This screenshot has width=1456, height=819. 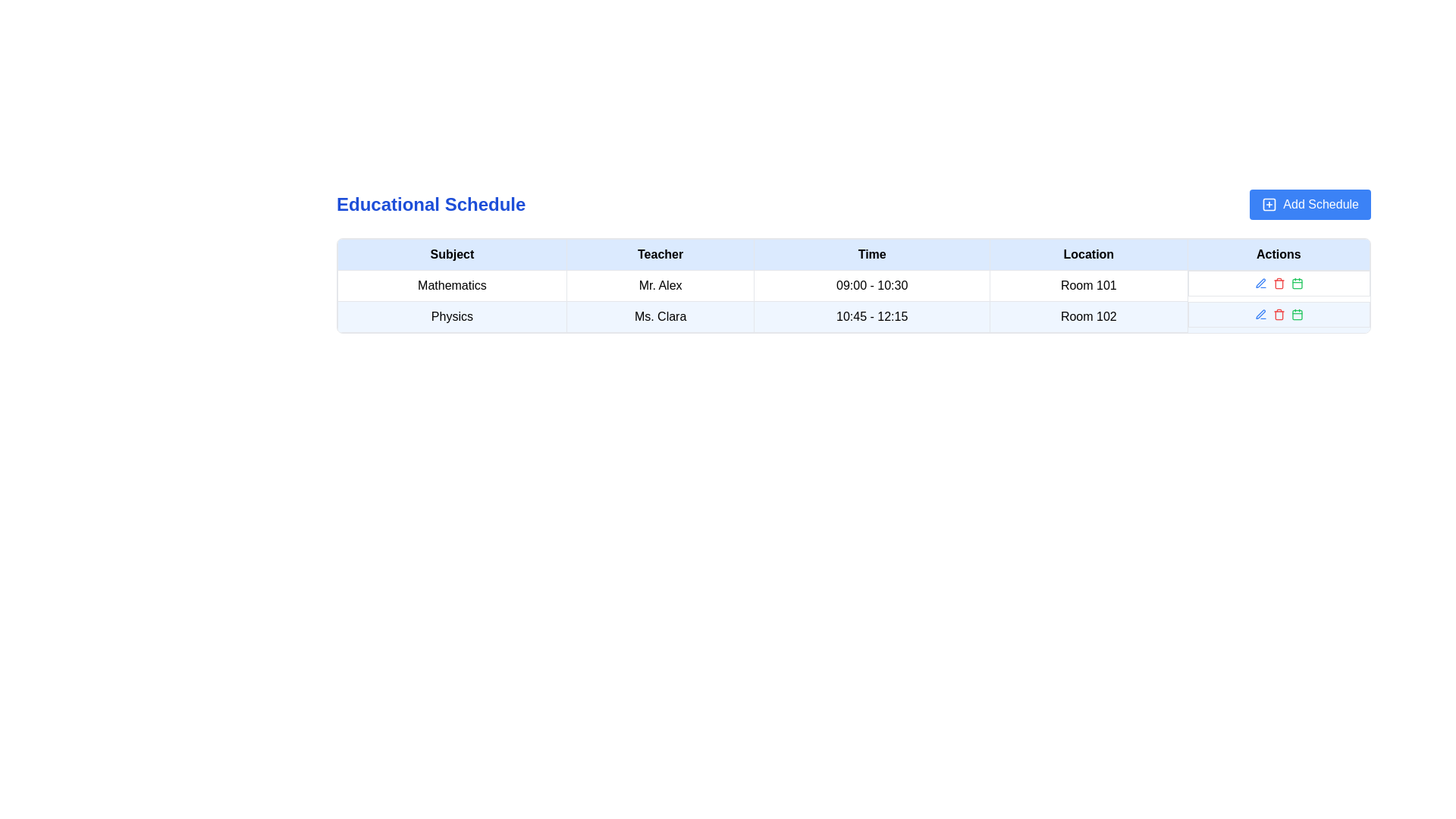 What do you see at coordinates (451, 253) in the screenshot?
I see `text of the 'Subject' header cell, which is the first column in the header row of the table located under the 'Educational Schedule' section` at bounding box center [451, 253].